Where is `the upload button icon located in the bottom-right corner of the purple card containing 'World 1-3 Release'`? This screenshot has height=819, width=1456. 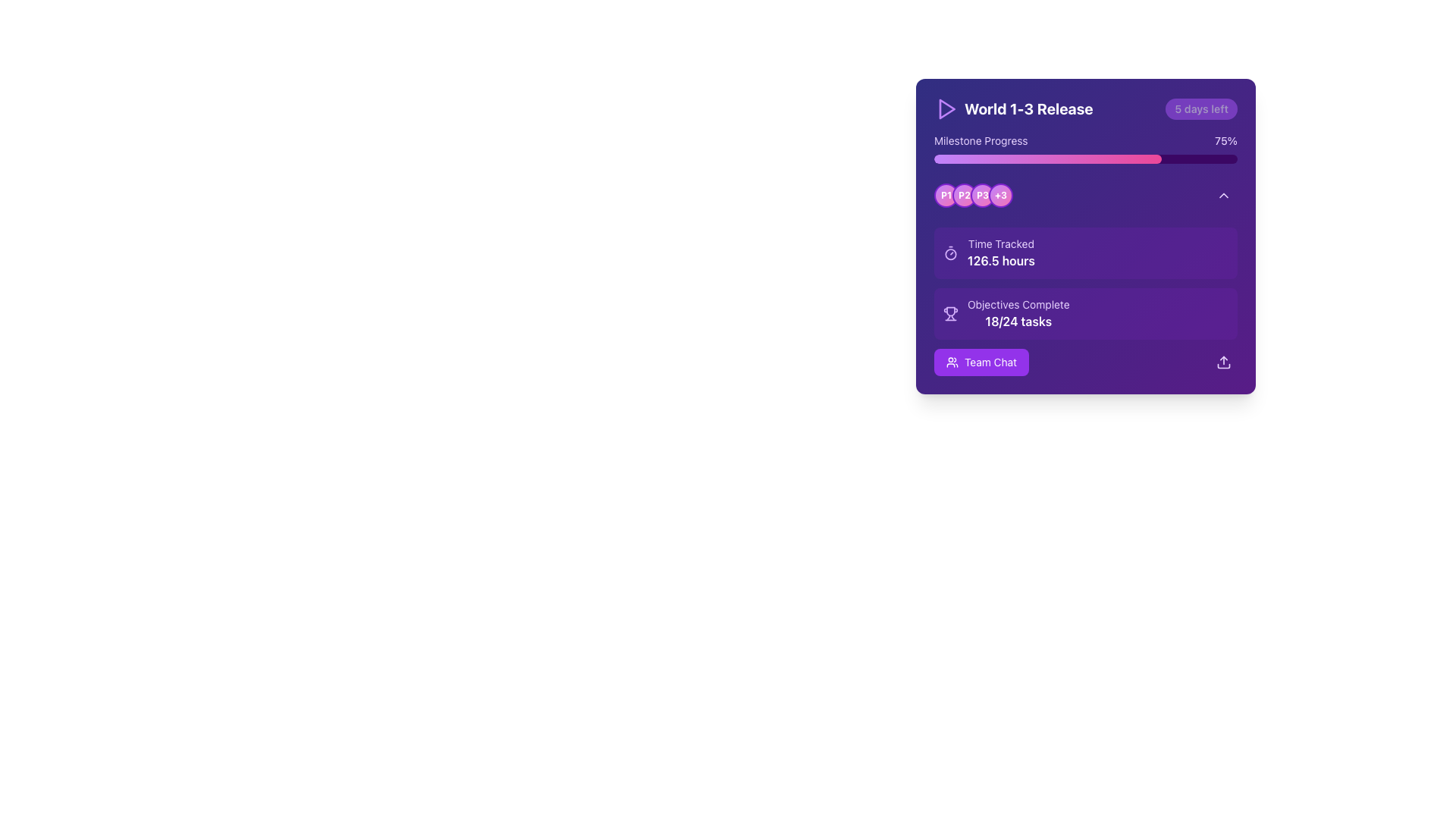 the upload button icon located in the bottom-right corner of the purple card containing 'World 1-3 Release' is located at coordinates (1223, 362).